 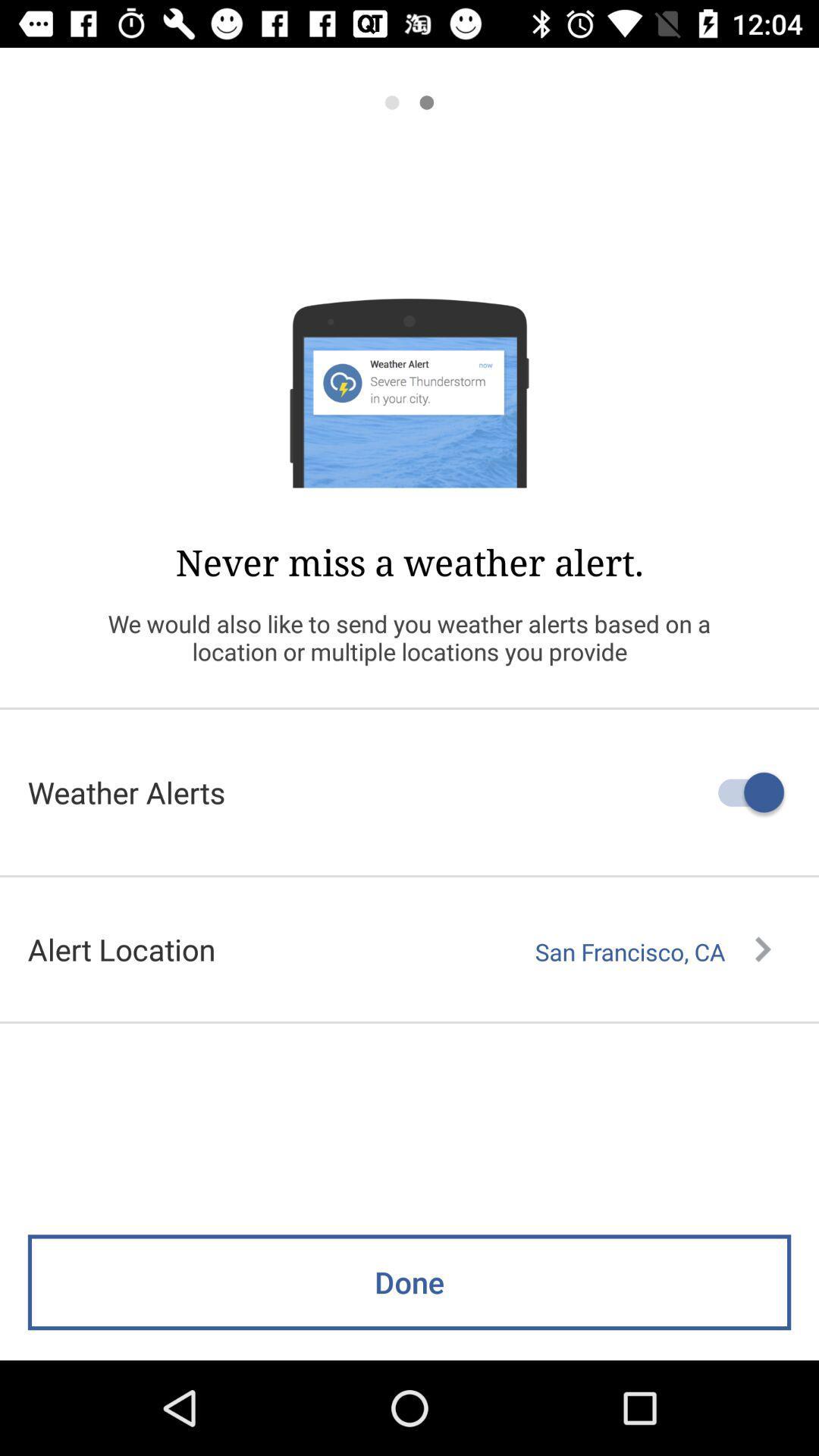 I want to click on the done icon, so click(x=409, y=1282).